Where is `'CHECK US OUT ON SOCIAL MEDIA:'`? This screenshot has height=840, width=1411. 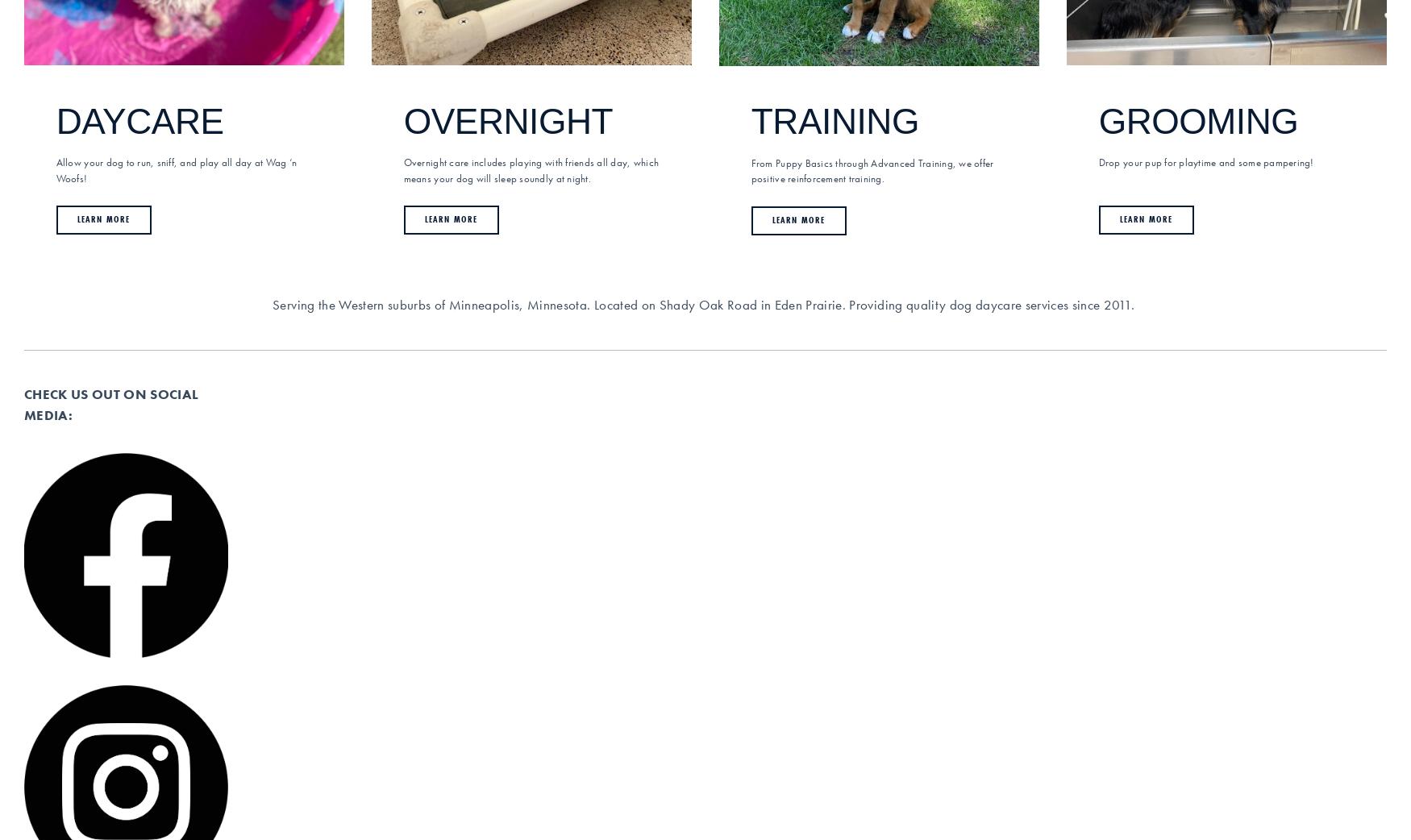 'CHECK US OUT ON SOCIAL MEDIA:' is located at coordinates (112, 404).